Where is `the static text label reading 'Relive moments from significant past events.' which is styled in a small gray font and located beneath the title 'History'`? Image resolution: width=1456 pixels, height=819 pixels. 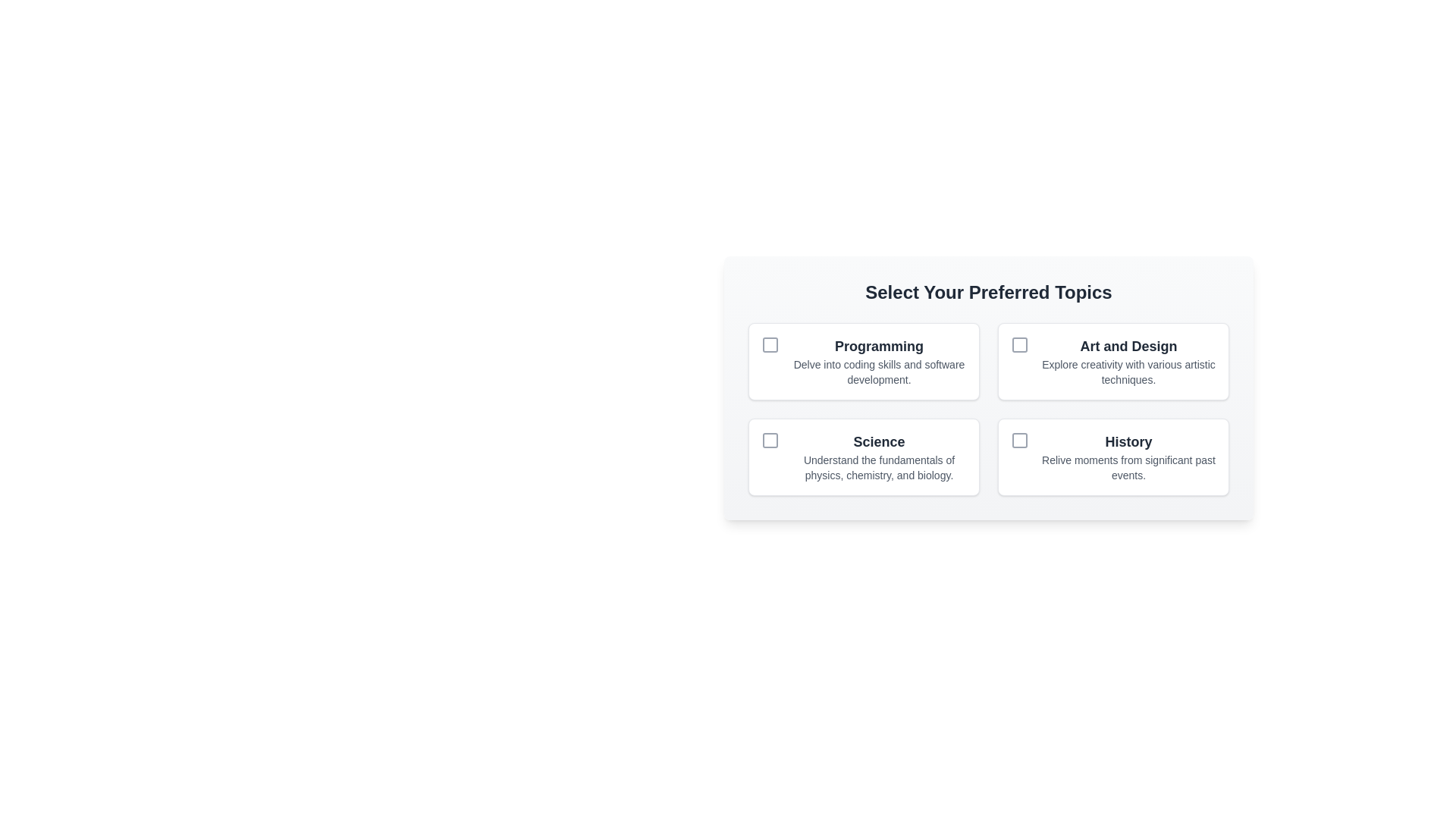 the static text label reading 'Relive moments from significant past events.' which is styled in a small gray font and located beneath the title 'History' is located at coordinates (1128, 467).